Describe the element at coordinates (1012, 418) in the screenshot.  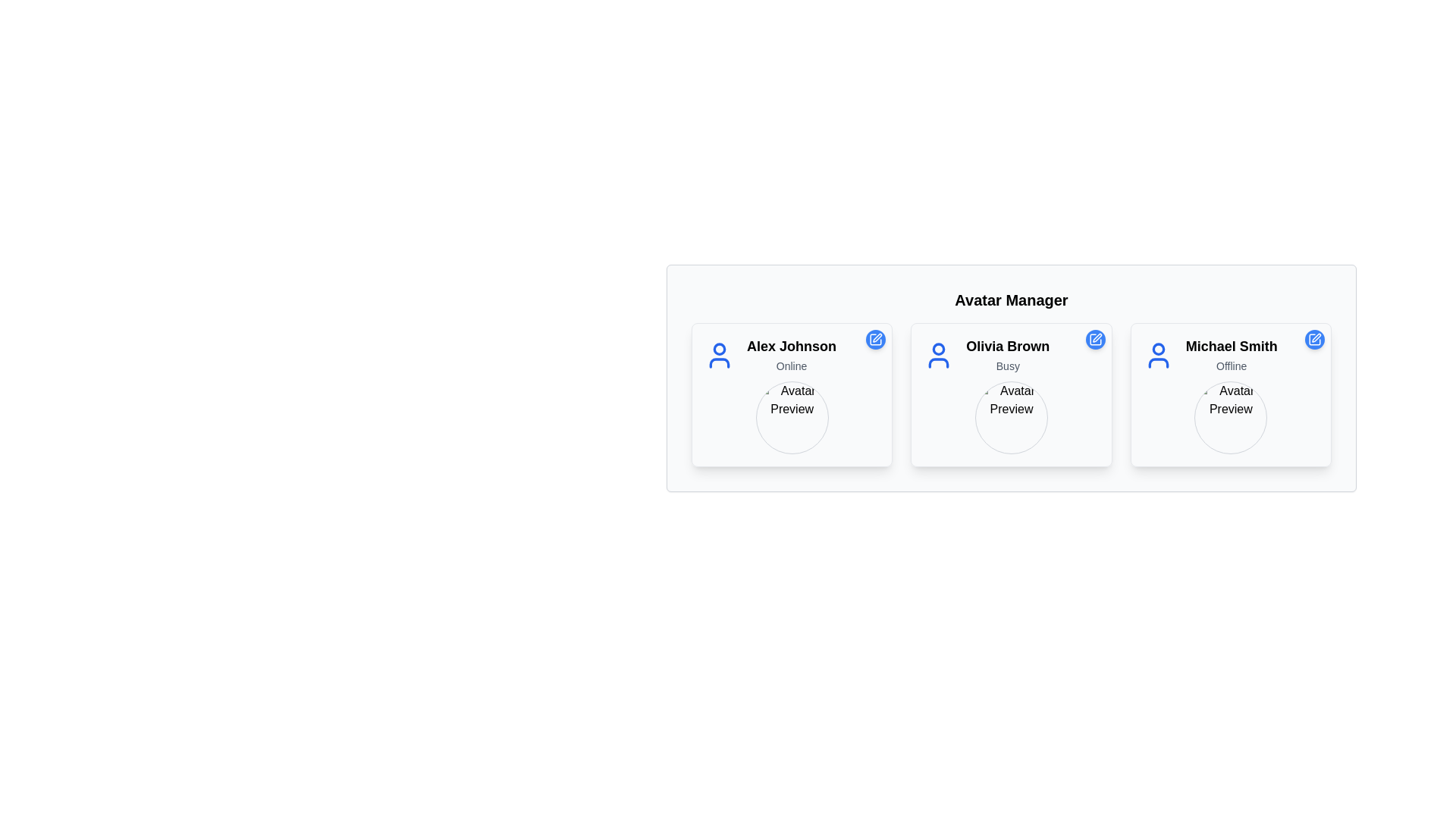
I see `the image placeholder for the user's avatar display located at the center of the 'Olivia Brown' card in the Avatar Manager section` at that location.